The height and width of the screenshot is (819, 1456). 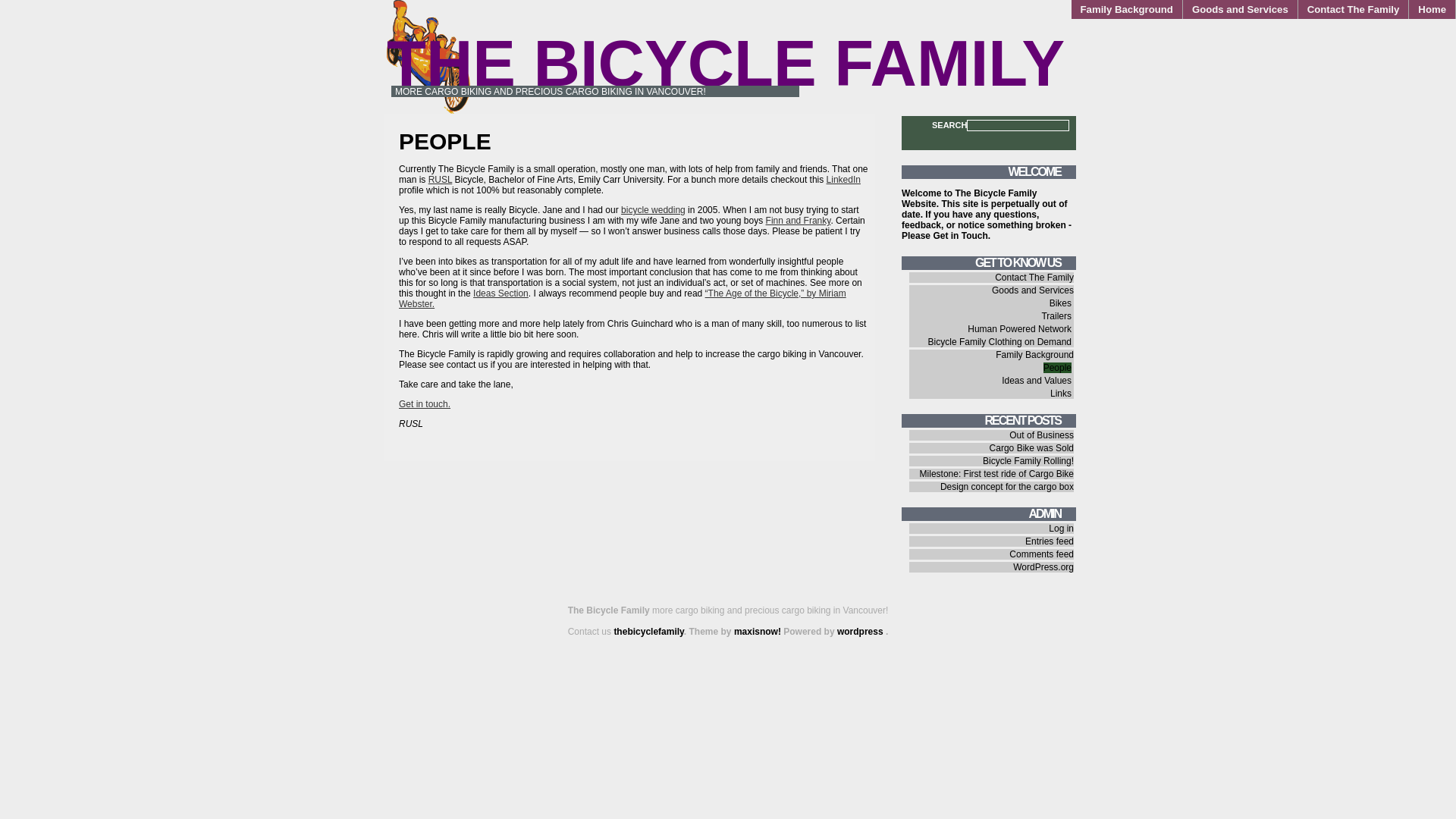 I want to click on 'Log in', so click(x=1060, y=528).